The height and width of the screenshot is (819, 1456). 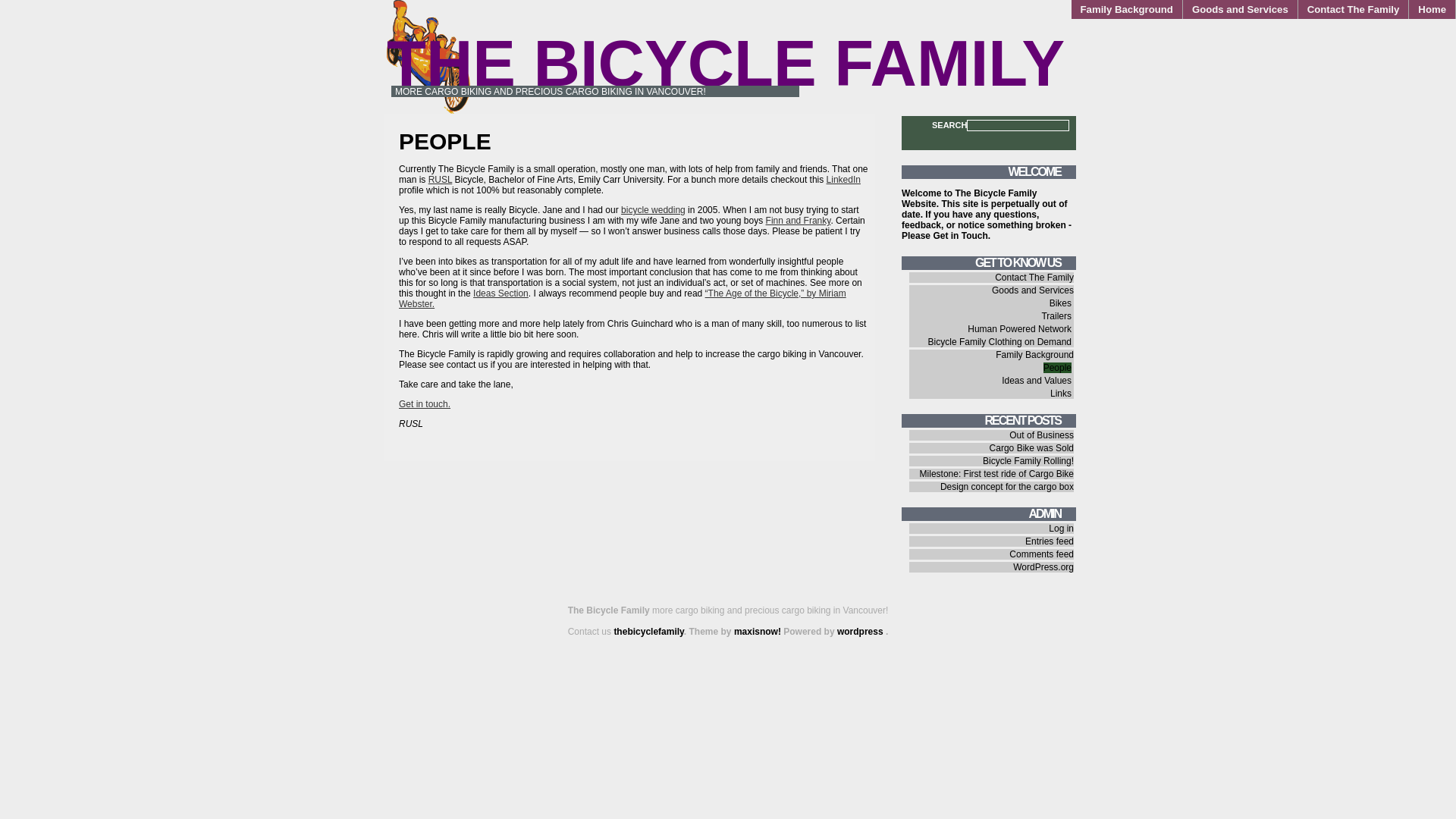 I want to click on 'Log in', so click(x=1060, y=528).